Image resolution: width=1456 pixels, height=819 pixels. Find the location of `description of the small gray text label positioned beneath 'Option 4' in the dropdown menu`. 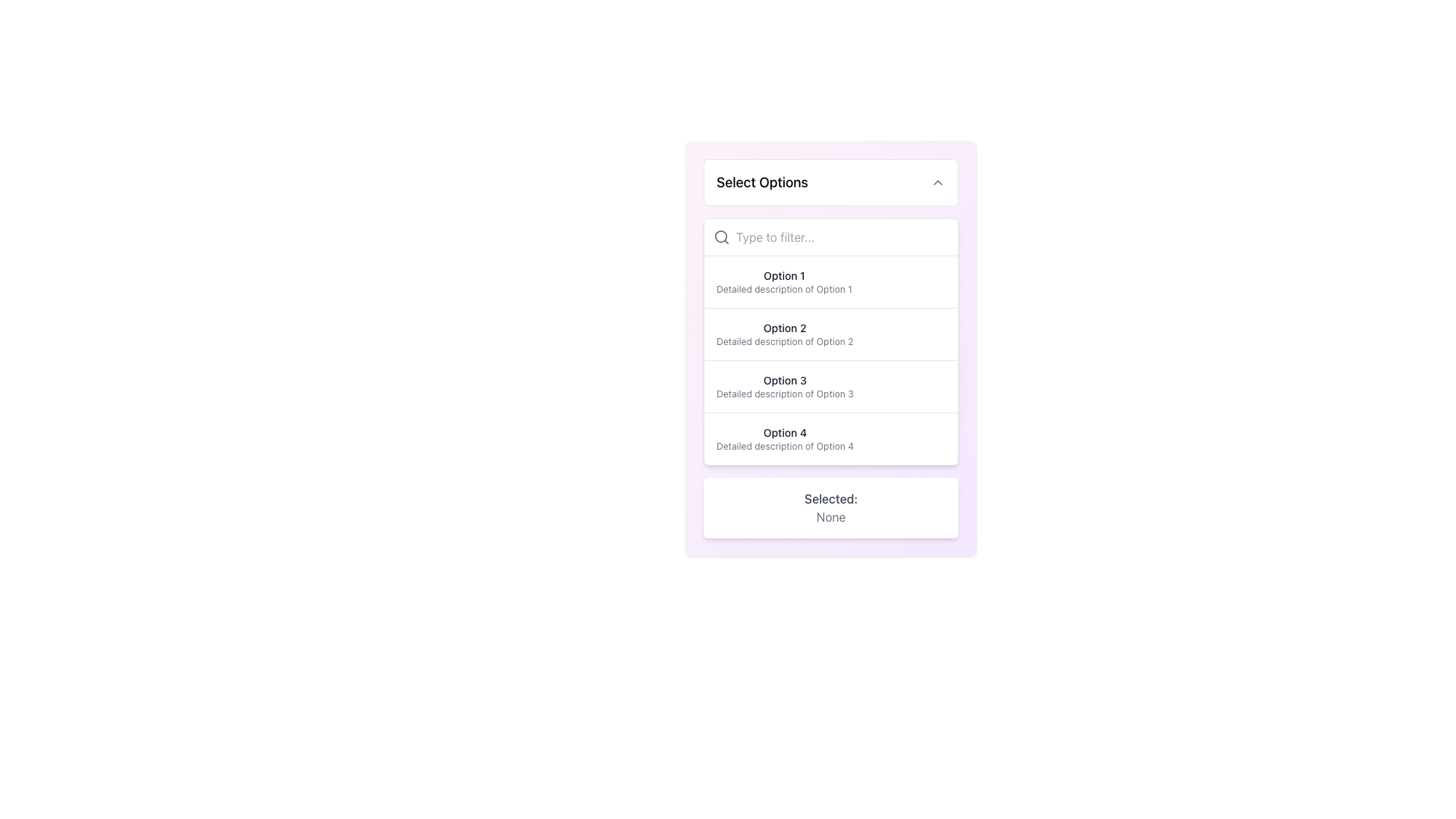

description of the small gray text label positioned beneath 'Option 4' in the dropdown menu is located at coordinates (785, 446).